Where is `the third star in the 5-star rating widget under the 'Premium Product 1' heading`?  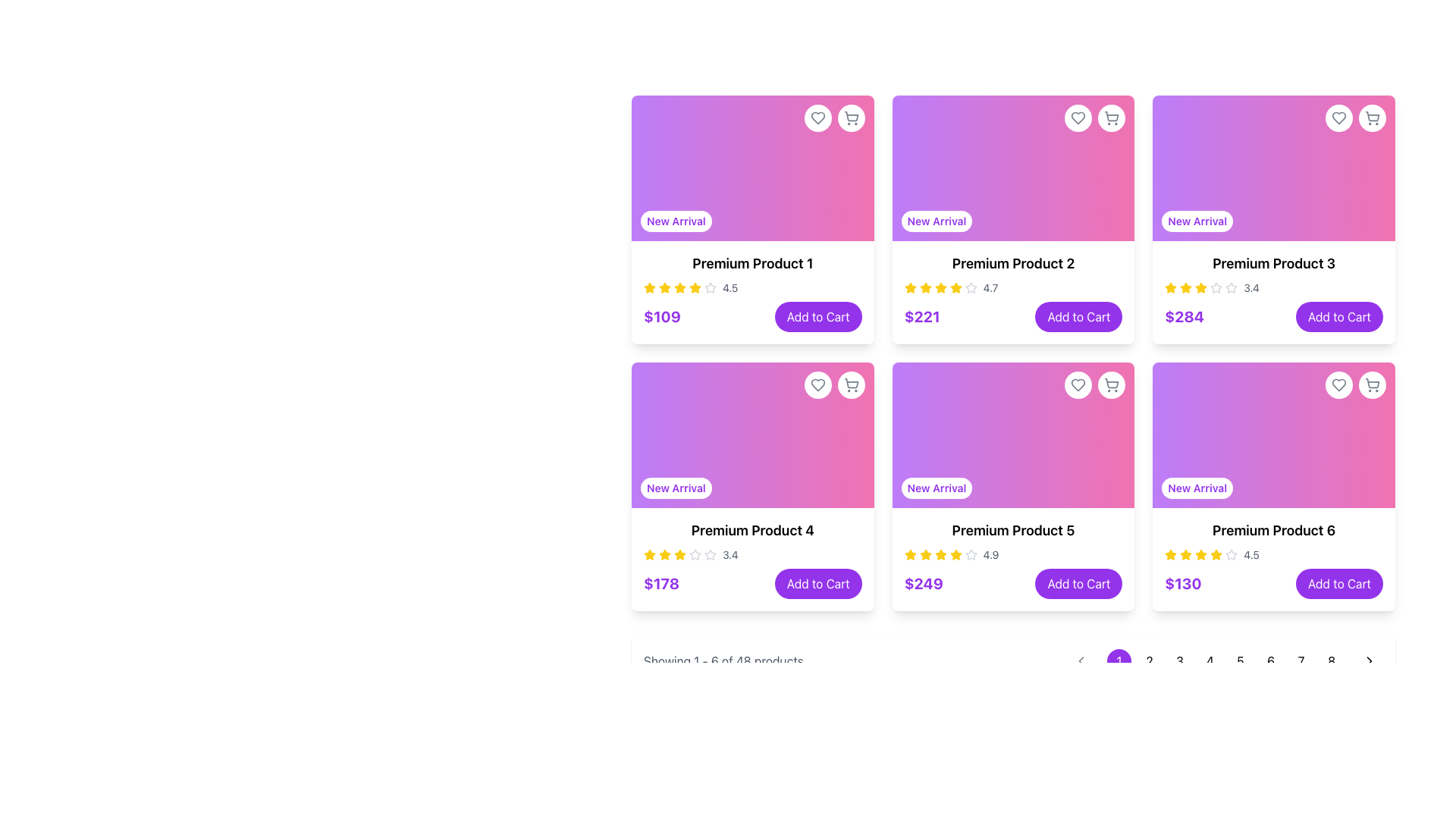 the third star in the 5-star rating widget under the 'Premium Product 1' heading is located at coordinates (650, 287).